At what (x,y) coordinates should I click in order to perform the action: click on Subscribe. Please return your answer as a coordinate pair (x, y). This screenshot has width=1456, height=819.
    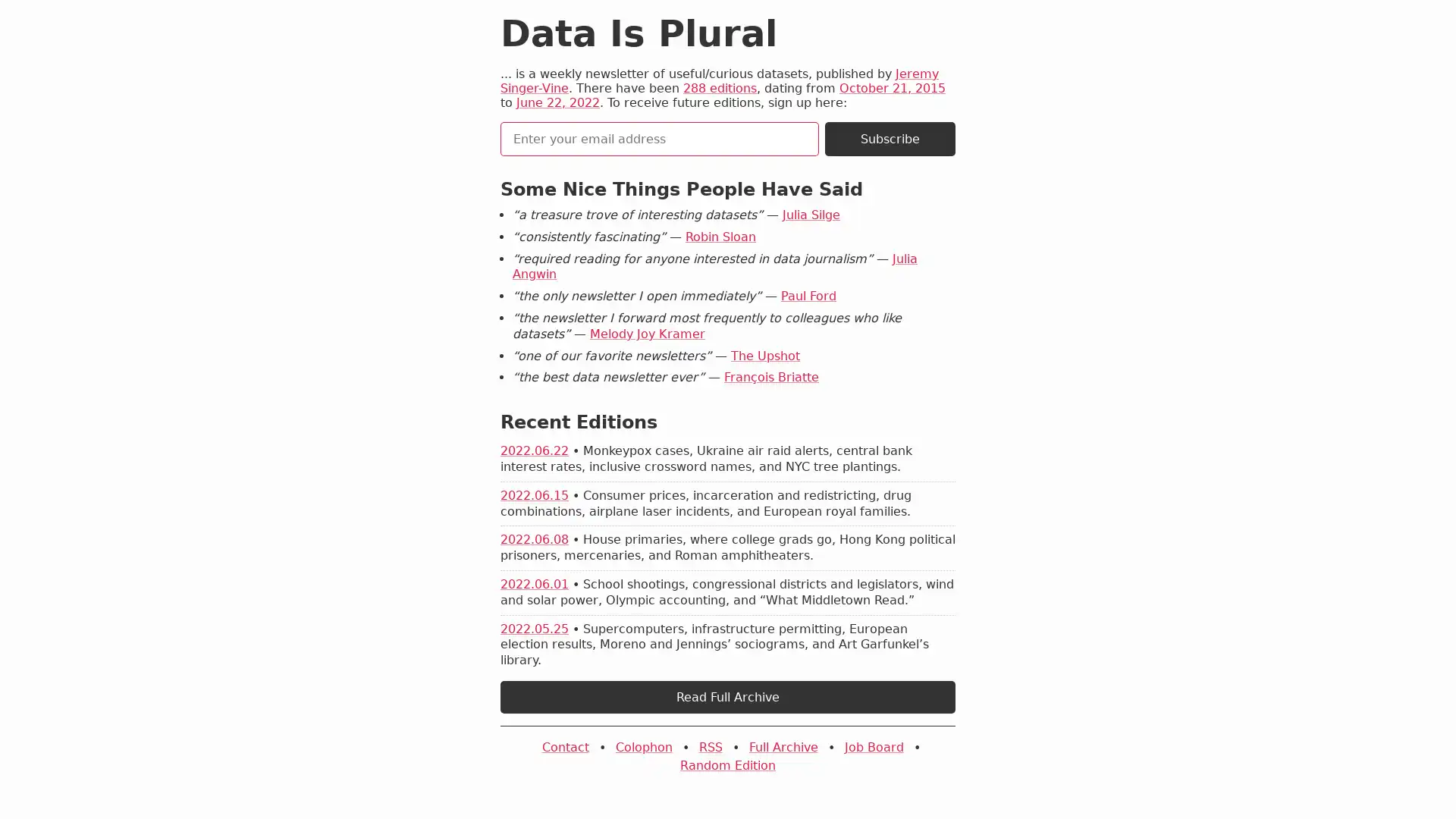
    Looking at the image, I should click on (890, 139).